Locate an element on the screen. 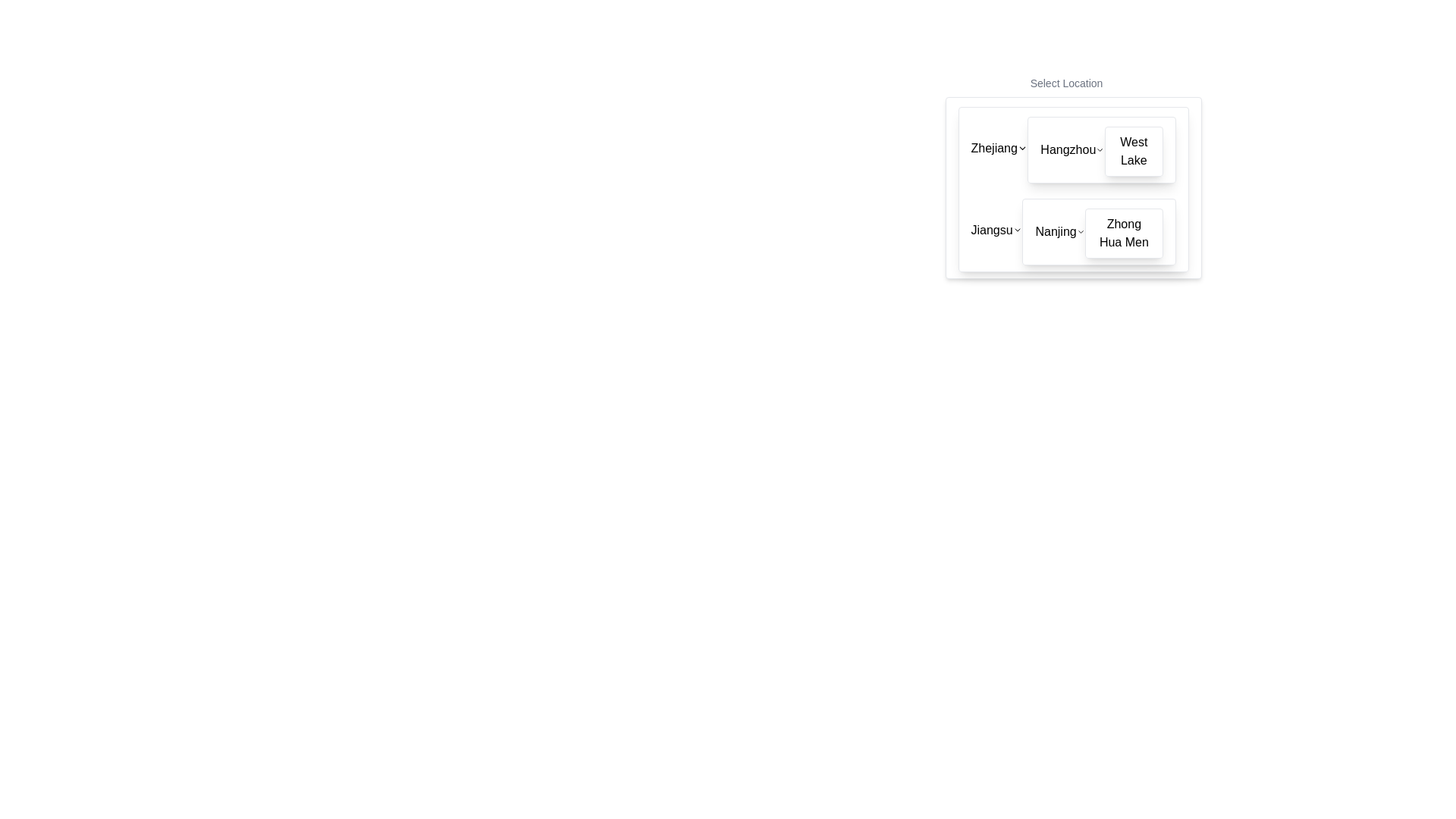 The height and width of the screenshot is (819, 1456). the text label displaying 'Zhejiang', which is the first label in a dropdown menu of location options is located at coordinates (993, 149).